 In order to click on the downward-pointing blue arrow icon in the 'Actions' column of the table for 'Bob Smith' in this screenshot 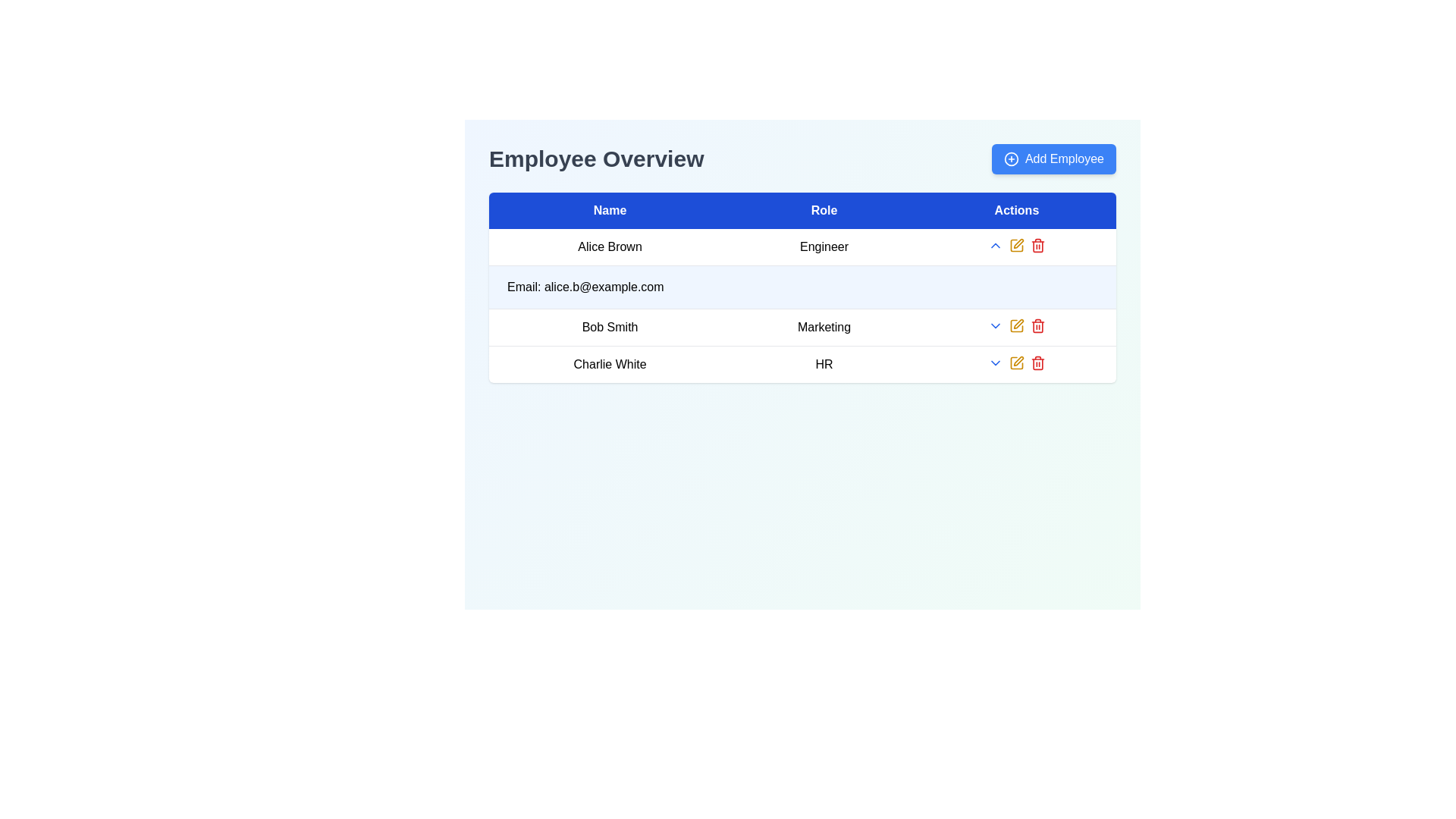, I will do `click(995, 362)`.